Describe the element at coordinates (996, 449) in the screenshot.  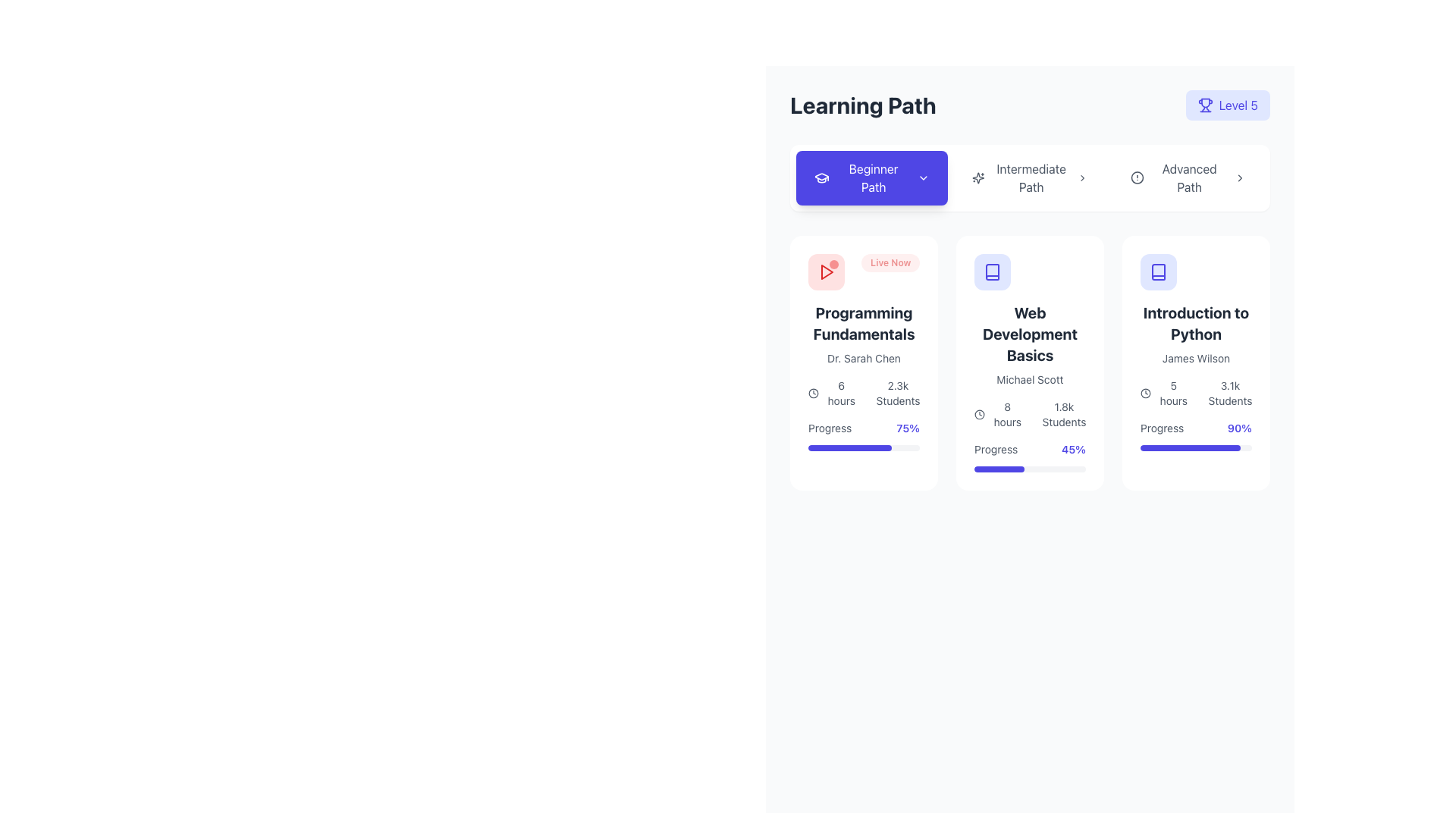
I see `text label displaying the course completion status, which shows 'Progress' followed by the percentage (45%) in the Web Development Basics card` at that location.